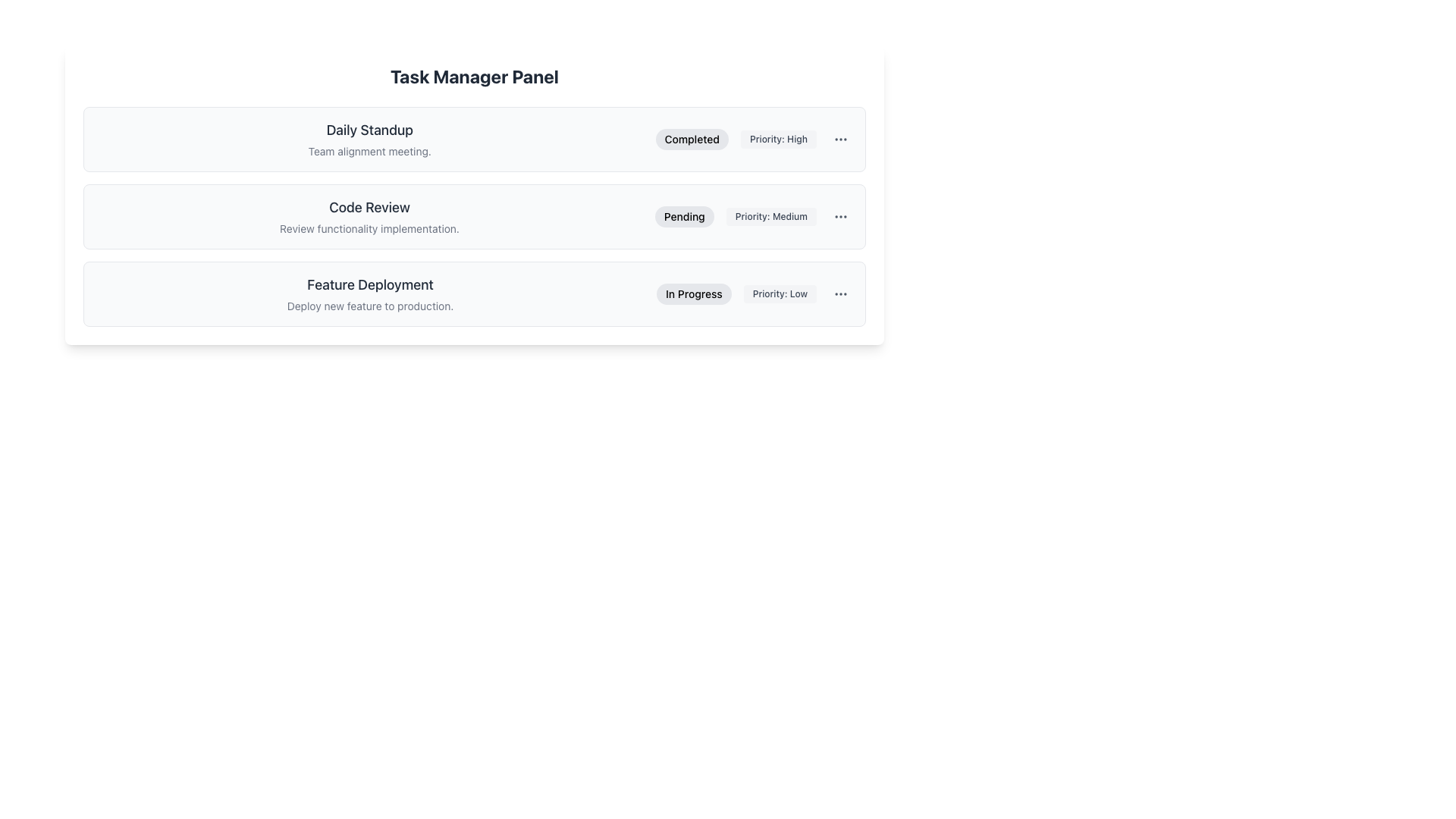 Image resolution: width=1456 pixels, height=819 pixels. What do you see at coordinates (370, 306) in the screenshot?
I see `the text element that reads 'Deploy new feature to production.' located beneath the heading 'Feature Deployment' in the task list` at bounding box center [370, 306].